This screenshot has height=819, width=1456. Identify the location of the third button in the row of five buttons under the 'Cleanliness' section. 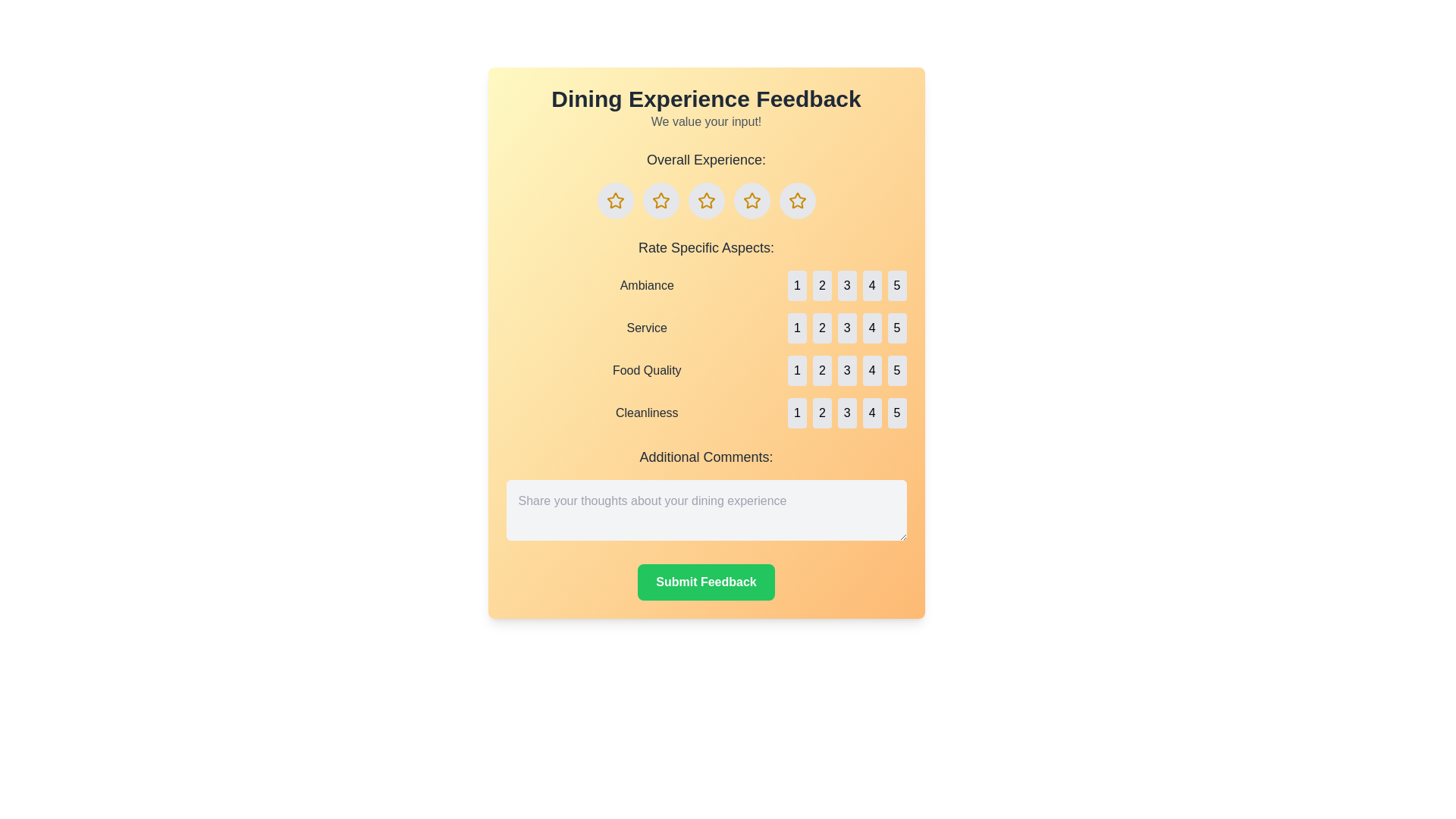
(846, 413).